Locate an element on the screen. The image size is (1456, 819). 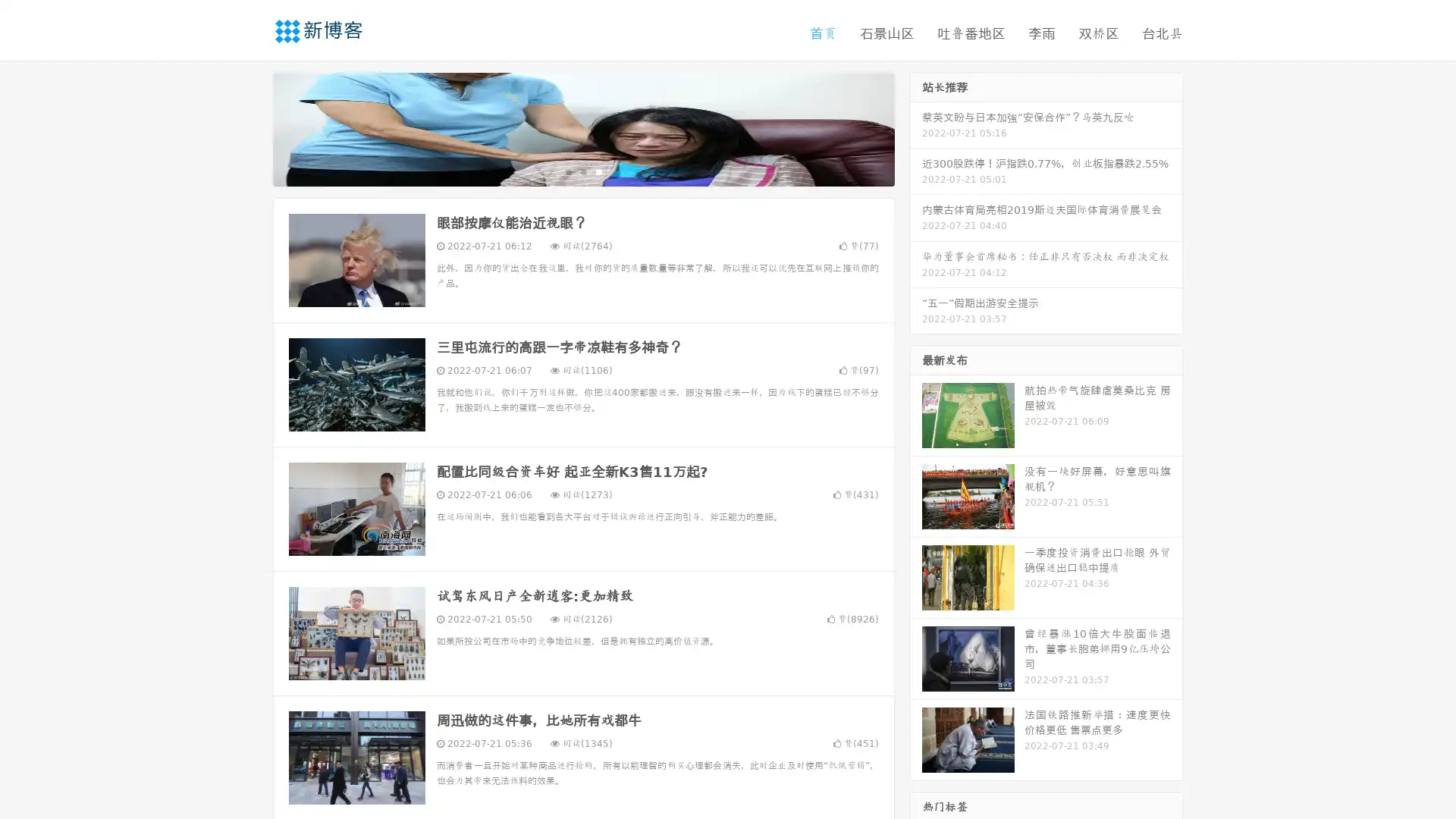
Previous slide is located at coordinates (250, 127).